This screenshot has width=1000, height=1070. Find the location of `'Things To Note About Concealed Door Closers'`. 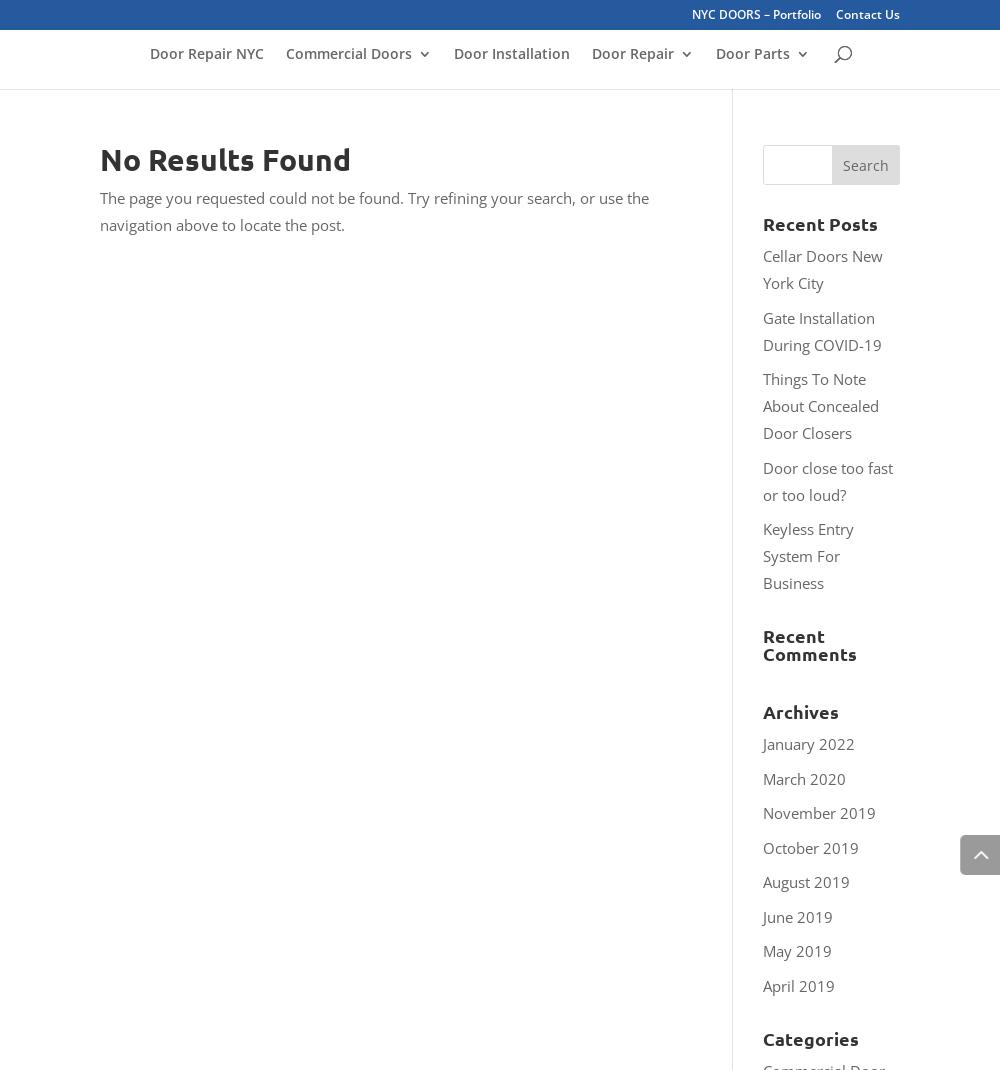

'Things To Note About Concealed Door Closers' is located at coordinates (763, 404).